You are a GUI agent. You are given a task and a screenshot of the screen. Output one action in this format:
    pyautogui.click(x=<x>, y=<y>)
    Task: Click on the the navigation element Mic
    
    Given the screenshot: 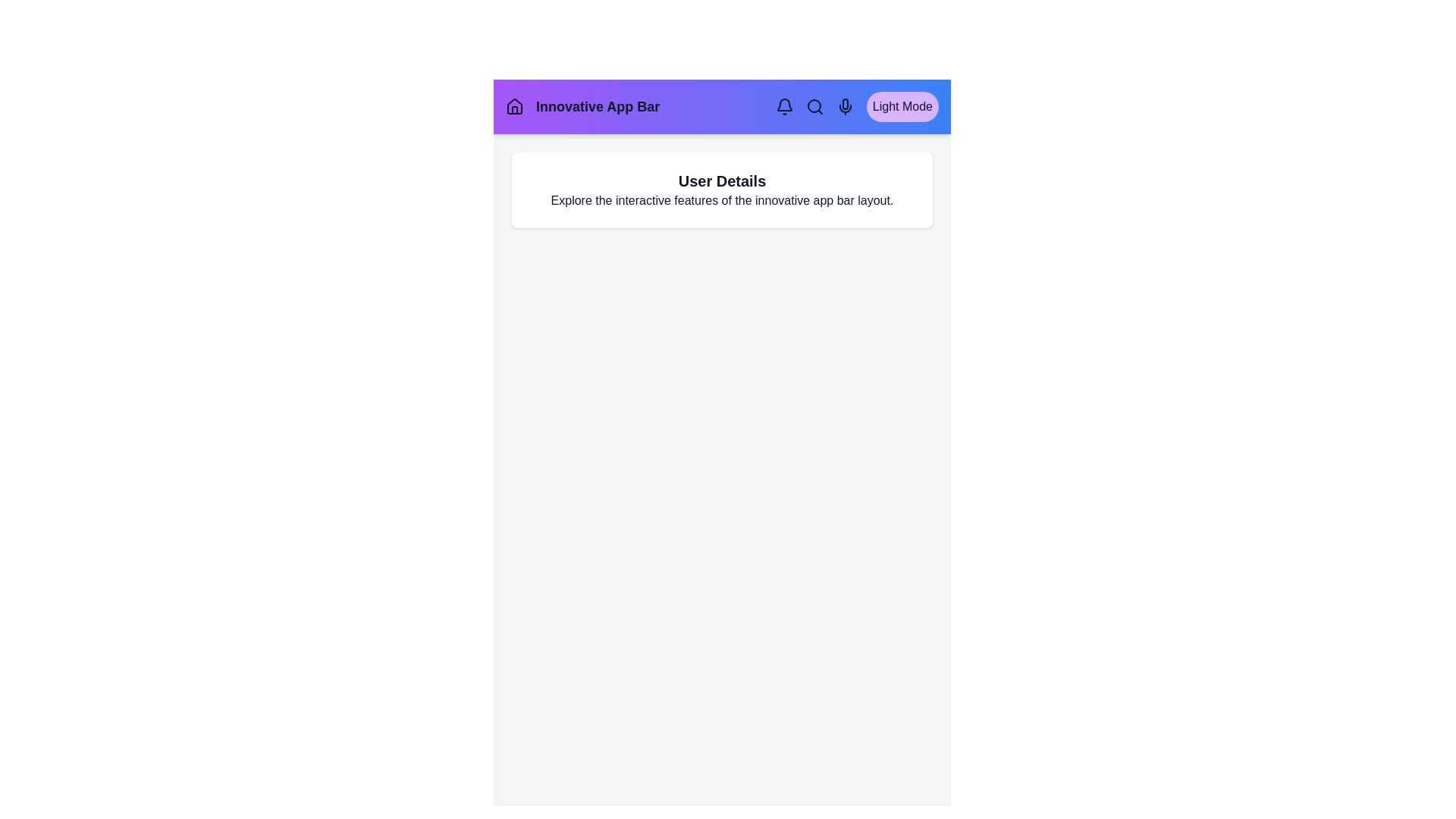 What is the action you would take?
    pyautogui.click(x=843, y=106)
    